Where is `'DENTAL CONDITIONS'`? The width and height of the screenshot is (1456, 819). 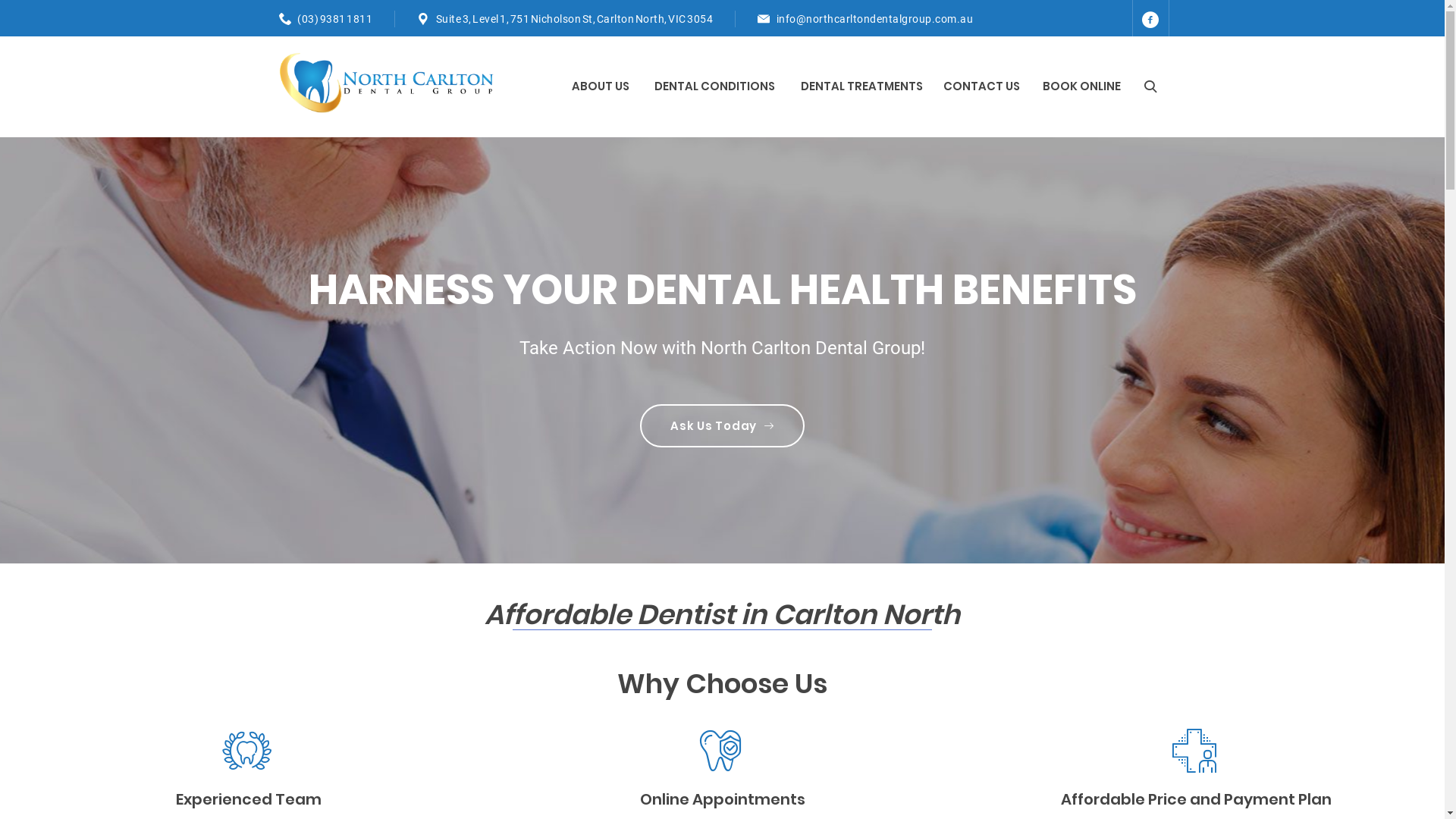
'DENTAL CONDITIONS' is located at coordinates (715, 86).